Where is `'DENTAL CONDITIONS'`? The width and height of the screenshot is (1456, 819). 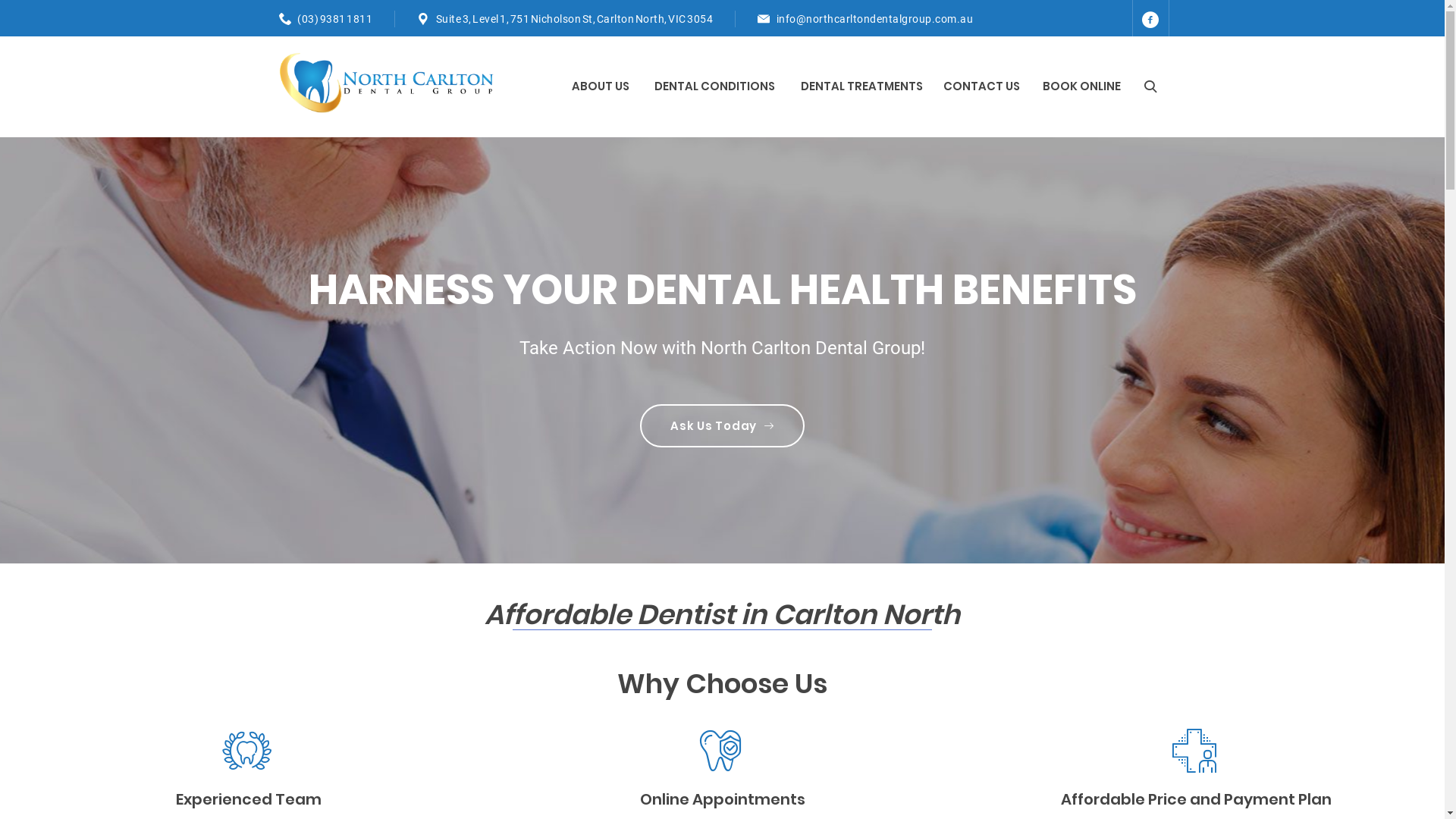
'DENTAL CONDITIONS' is located at coordinates (715, 86).